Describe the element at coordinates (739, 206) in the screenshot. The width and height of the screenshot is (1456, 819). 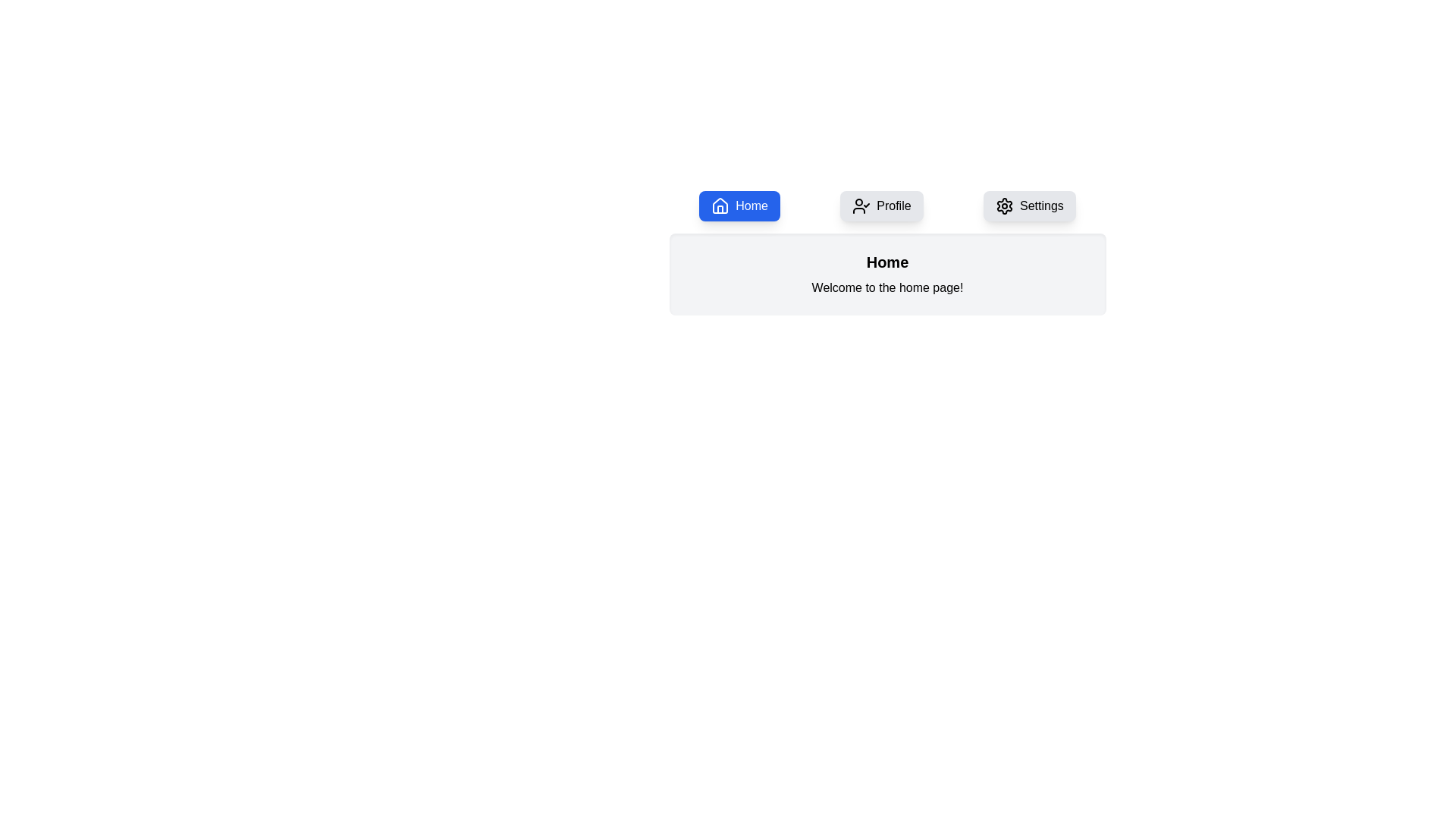
I see `the Home tab by clicking its corresponding button` at that location.